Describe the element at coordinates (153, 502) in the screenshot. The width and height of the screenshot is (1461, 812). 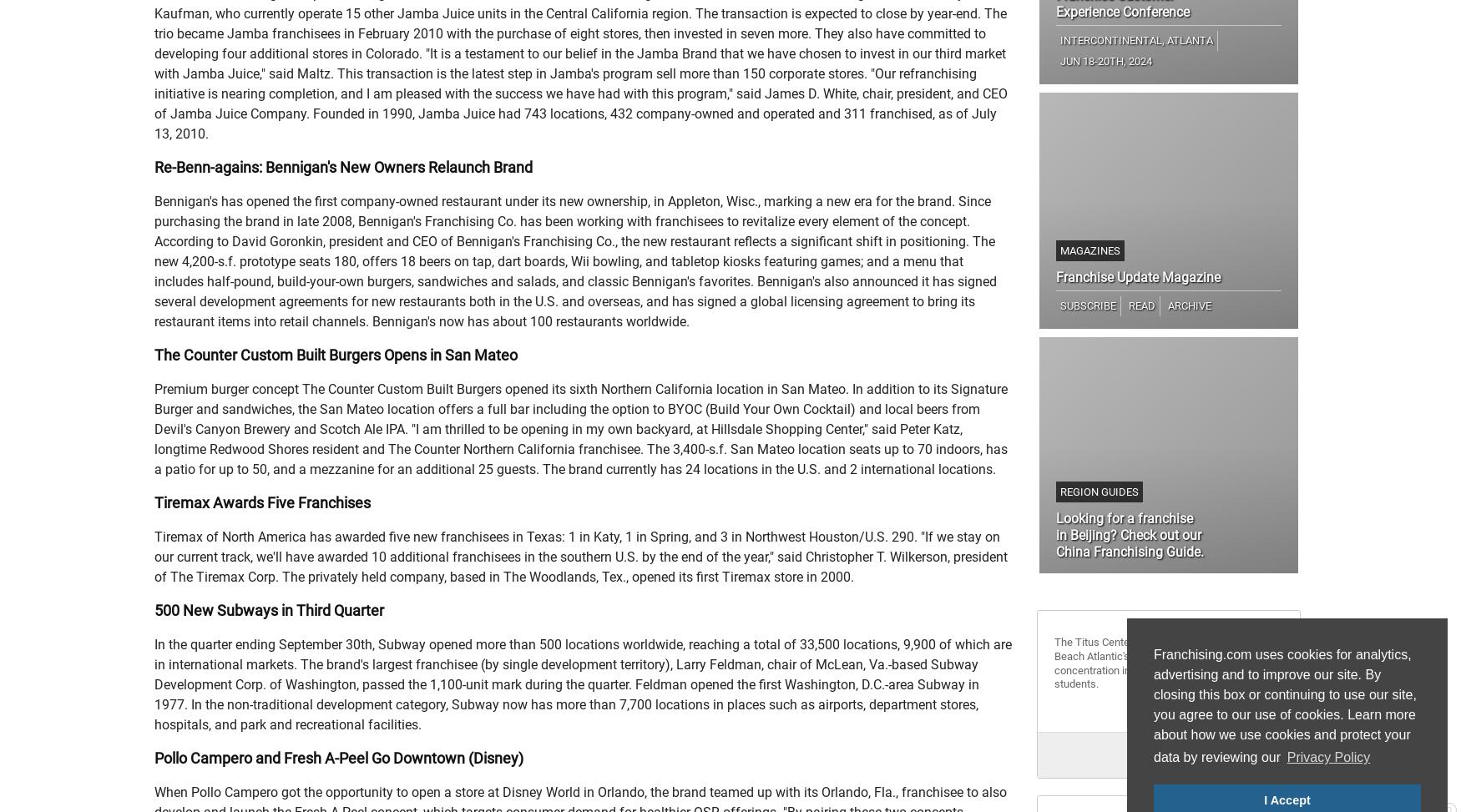
I see `'Tiremax Awards Five Franchises'` at that location.